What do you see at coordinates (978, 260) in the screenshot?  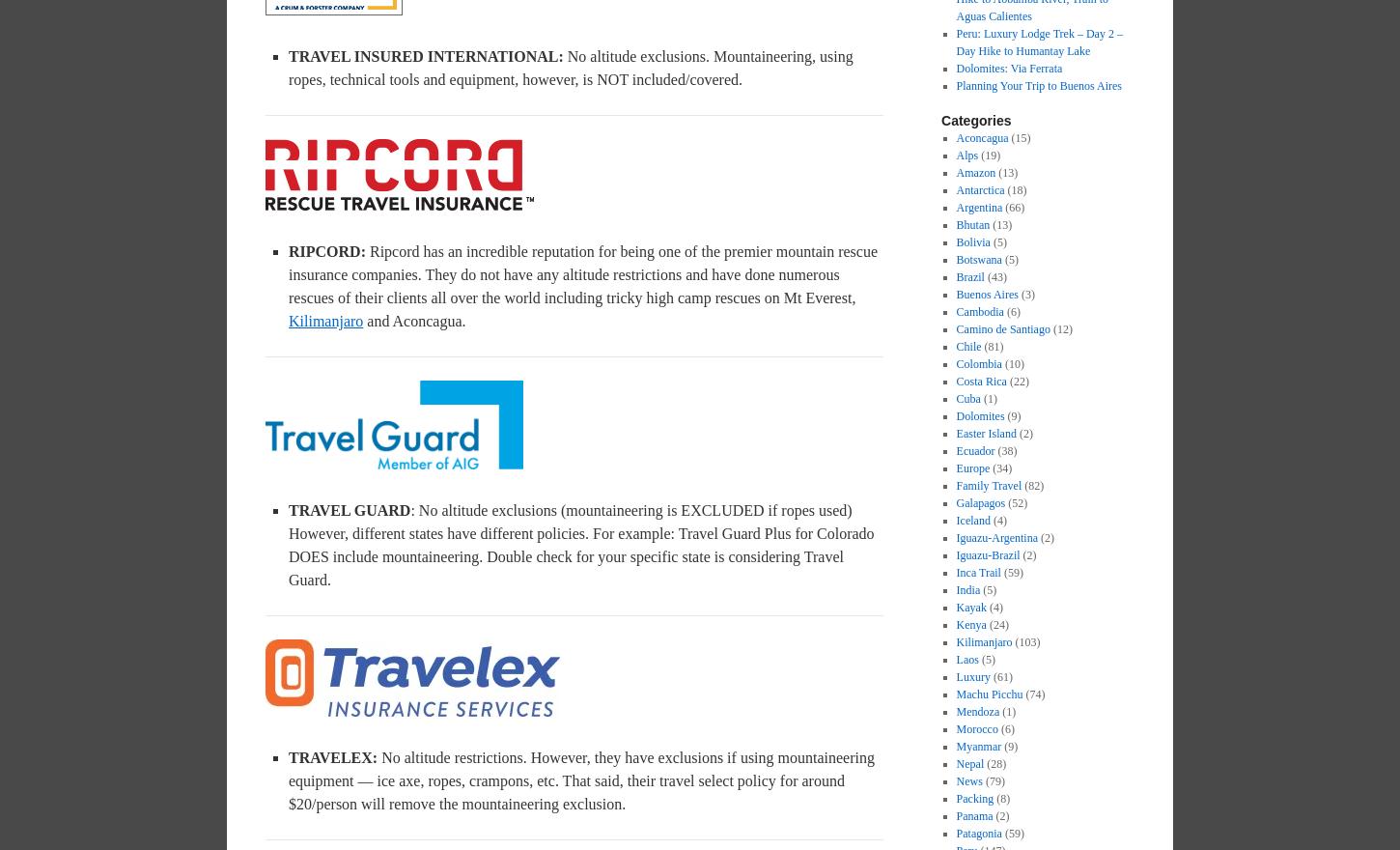 I see `'Botswana'` at bounding box center [978, 260].